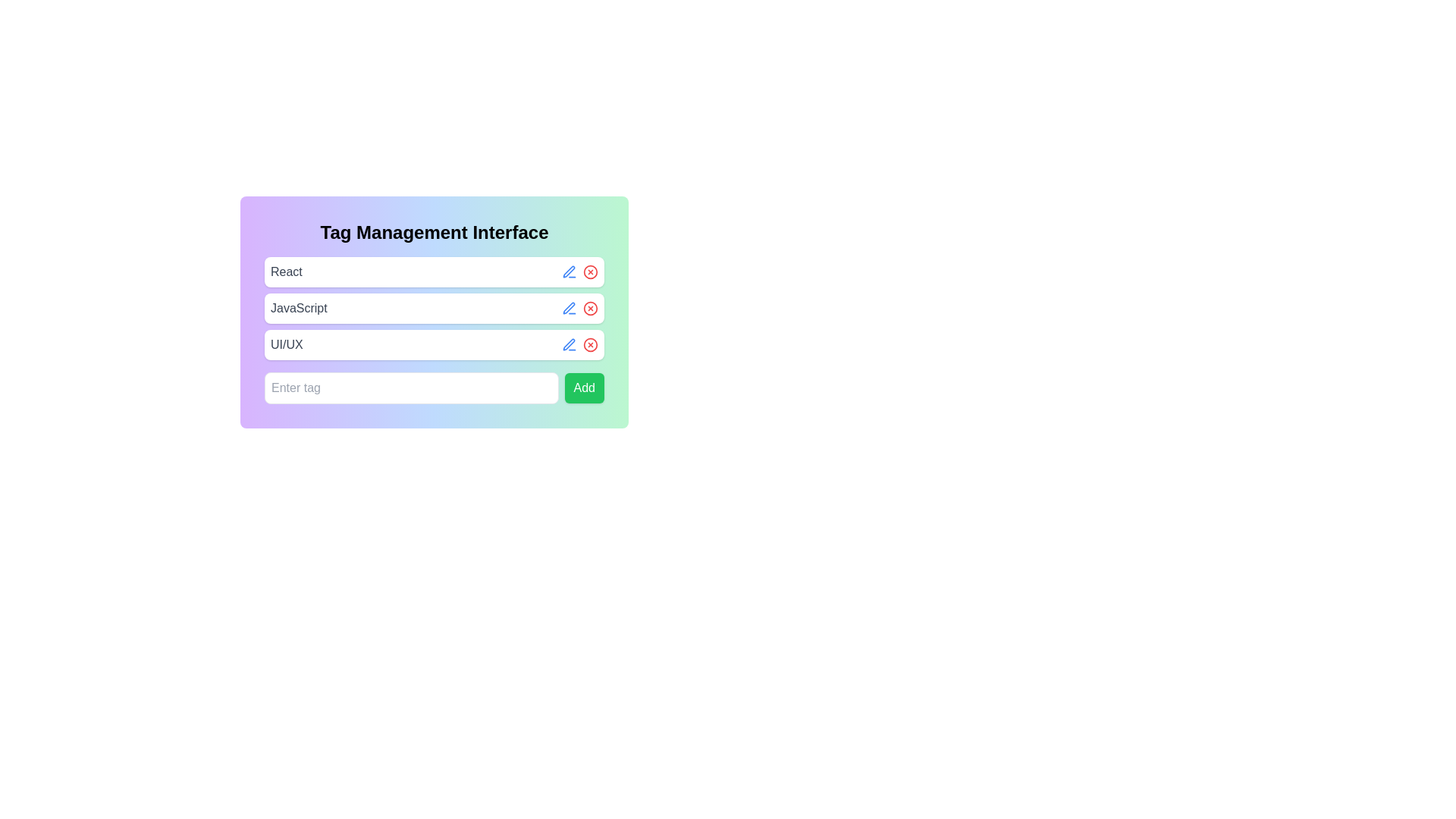 The width and height of the screenshot is (1456, 819). What do you see at coordinates (568, 344) in the screenshot?
I see `the decorative icon located to the right of the 'UI/UX' text field` at bounding box center [568, 344].